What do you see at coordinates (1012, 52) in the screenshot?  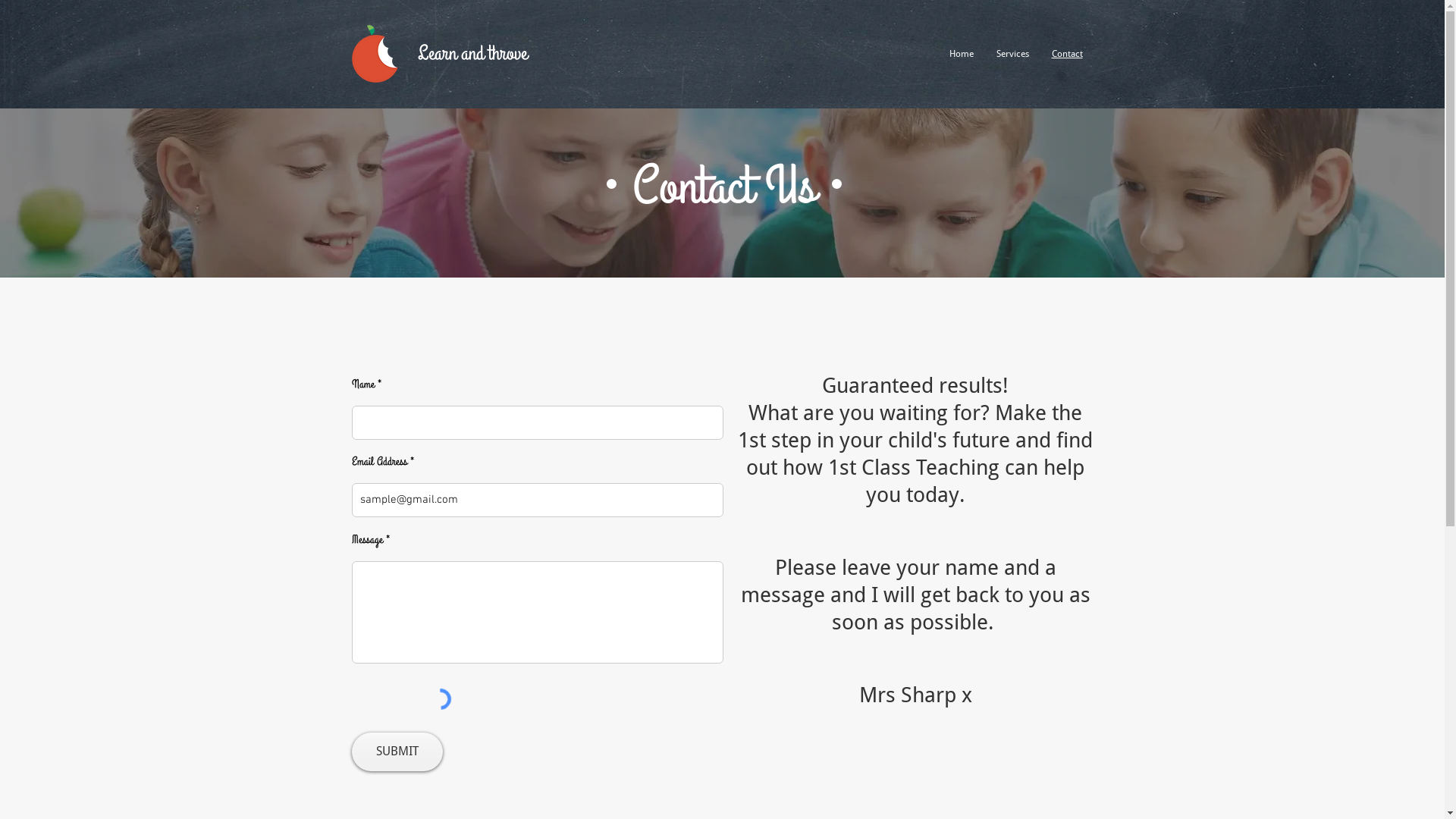 I see `'Services'` at bounding box center [1012, 52].